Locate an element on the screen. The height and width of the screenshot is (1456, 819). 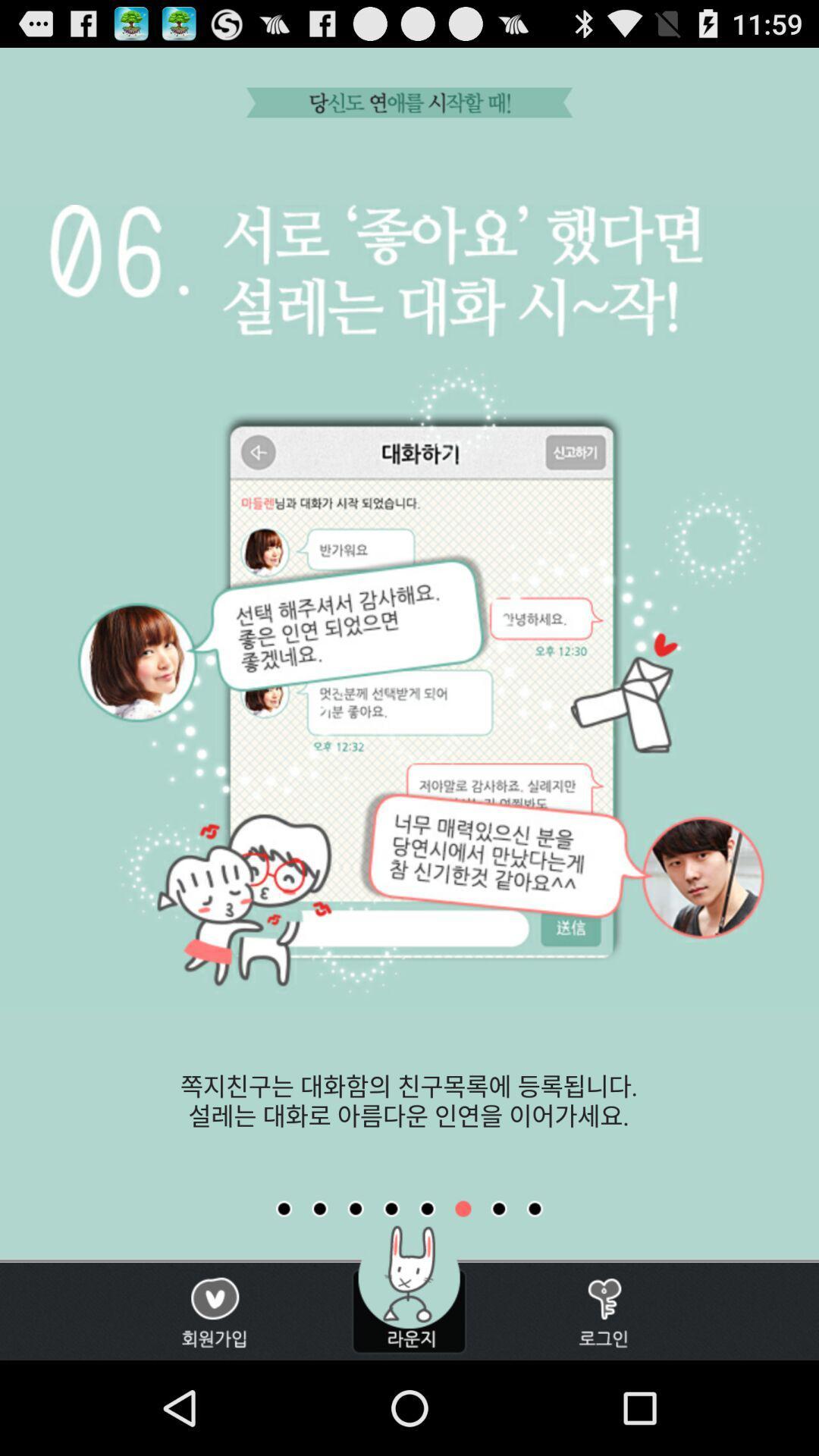
autoplay option is located at coordinates (284, 1208).